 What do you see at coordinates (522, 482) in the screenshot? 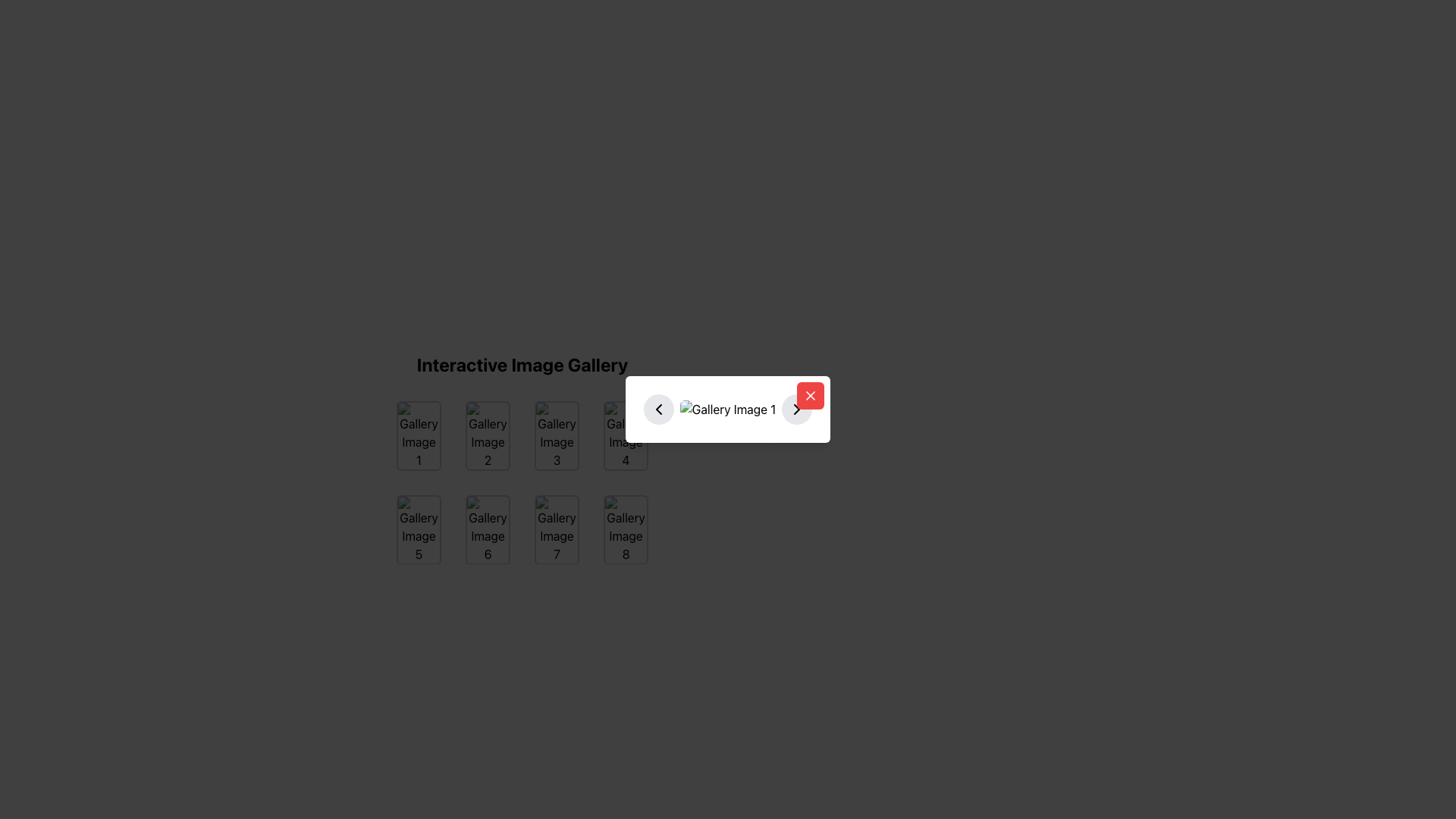
I see `an individual cell within the 'Interactive Image Gallery' grid layout to interact with its content` at bounding box center [522, 482].